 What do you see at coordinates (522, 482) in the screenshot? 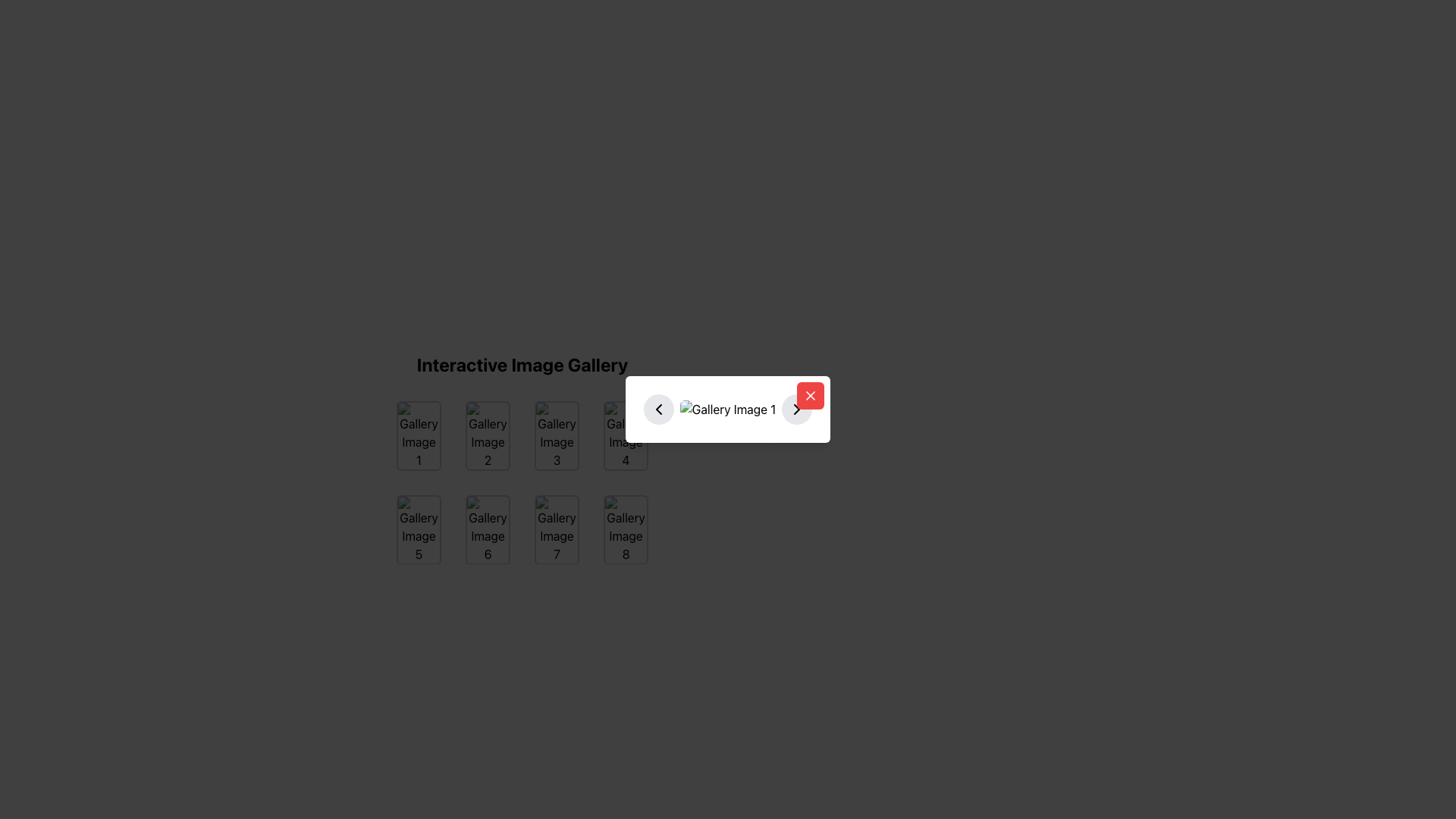
I see `an individual cell within the 'Interactive Image Gallery' grid layout to interact with its content` at bounding box center [522, 482].